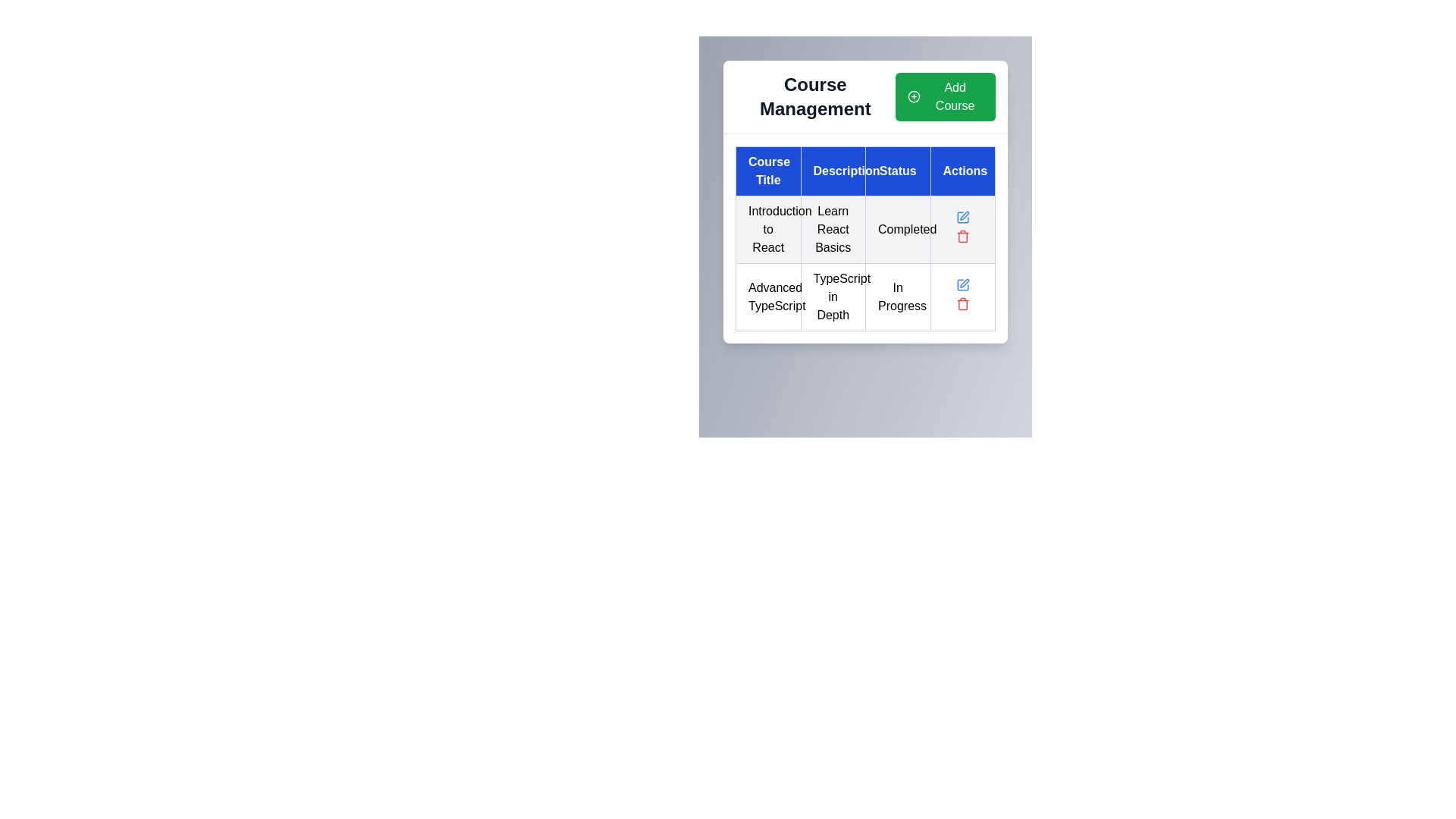  What do you see at coordinates (898, 171) in the screenshot?
I see `the 'Status' header cell in the table layout, which displays 'Status' in white text on a blue background, located in the third column of the header row` at bounding box center [898, 171].